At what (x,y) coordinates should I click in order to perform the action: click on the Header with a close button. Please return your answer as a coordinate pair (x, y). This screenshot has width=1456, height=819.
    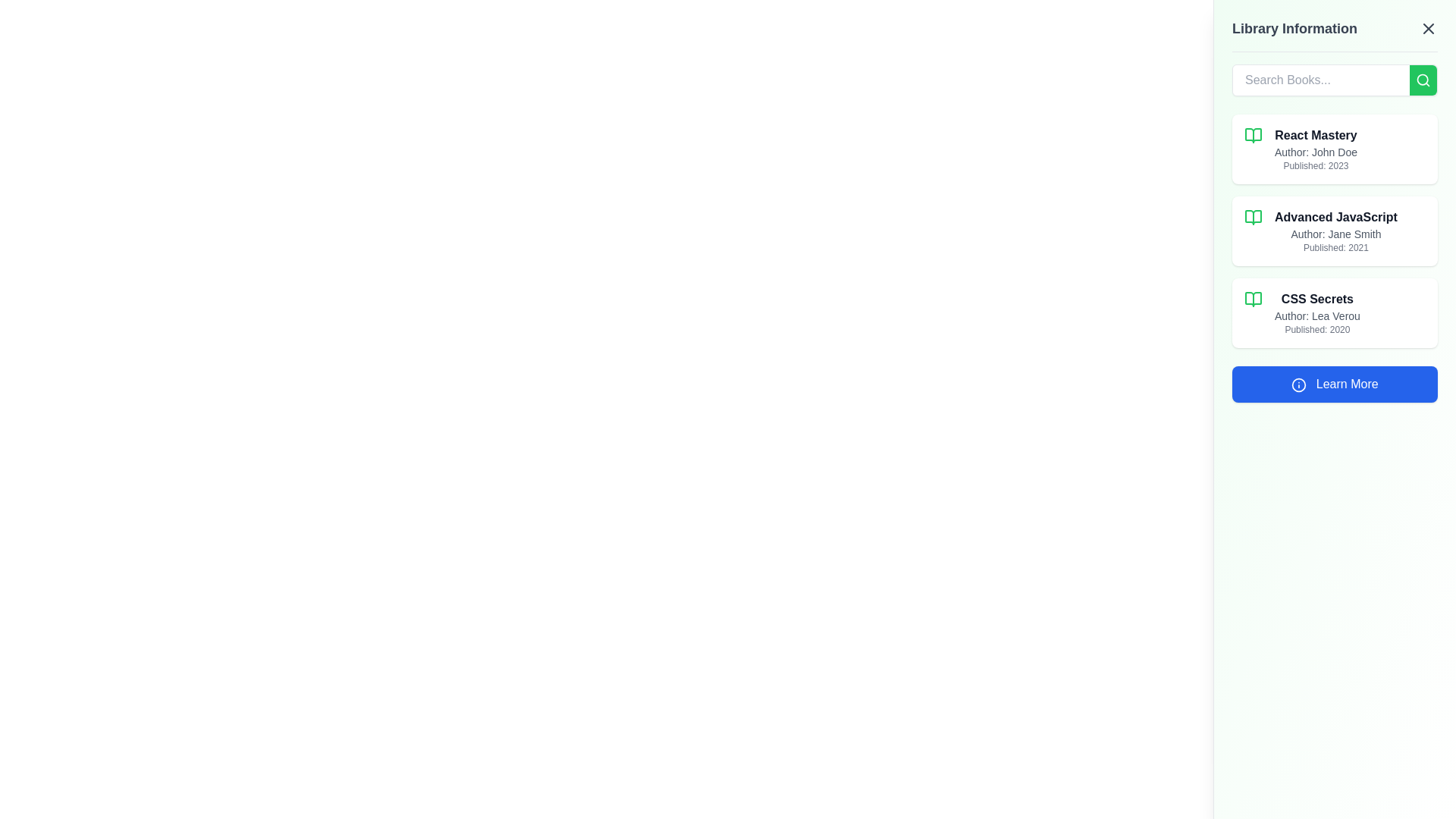
    Looking at the image, I should click on (1335, 34).